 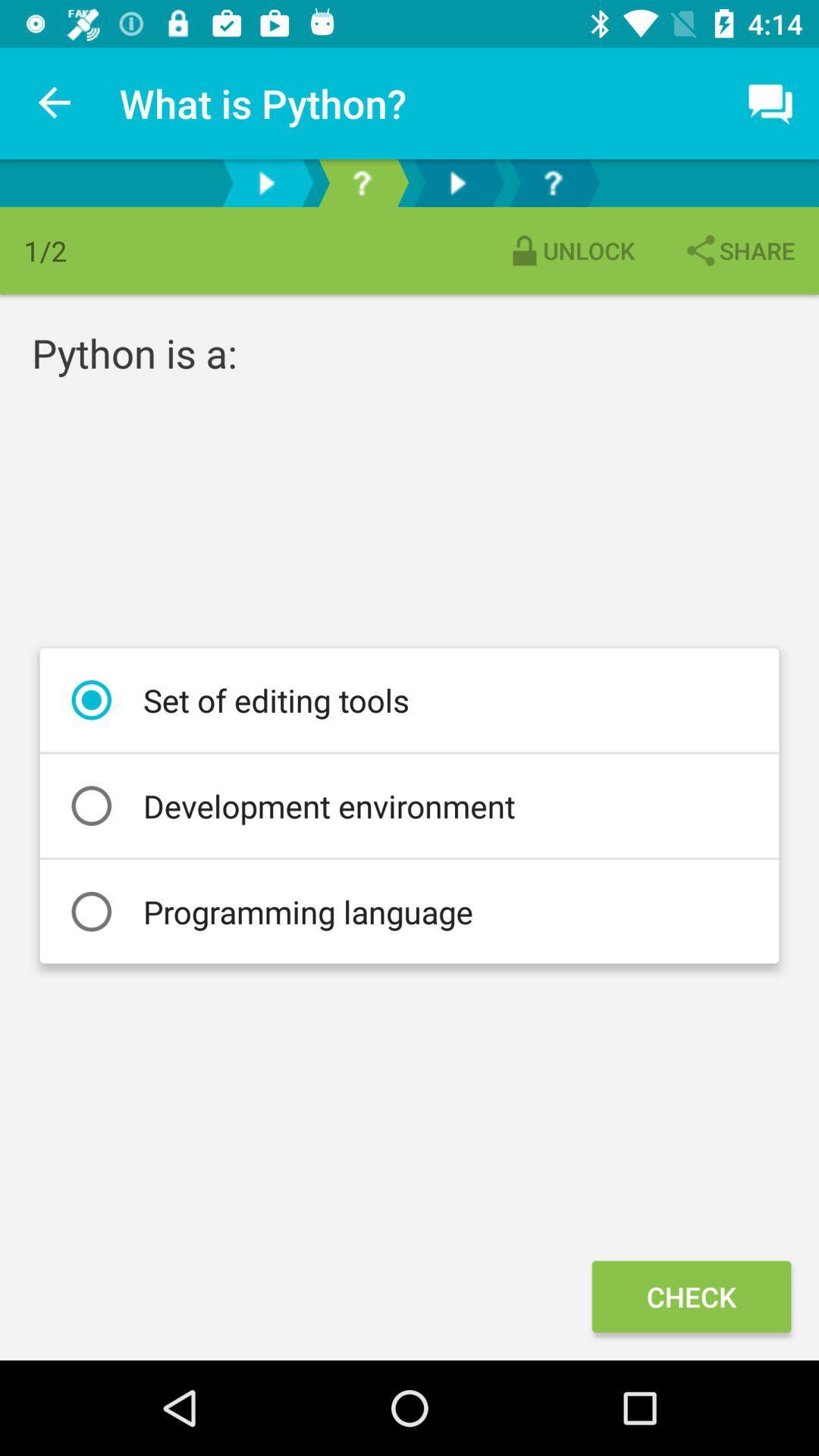 What do you see at coordinates (553, 182) in the screenshot?
I see `r` at bounding box center [553, 182].